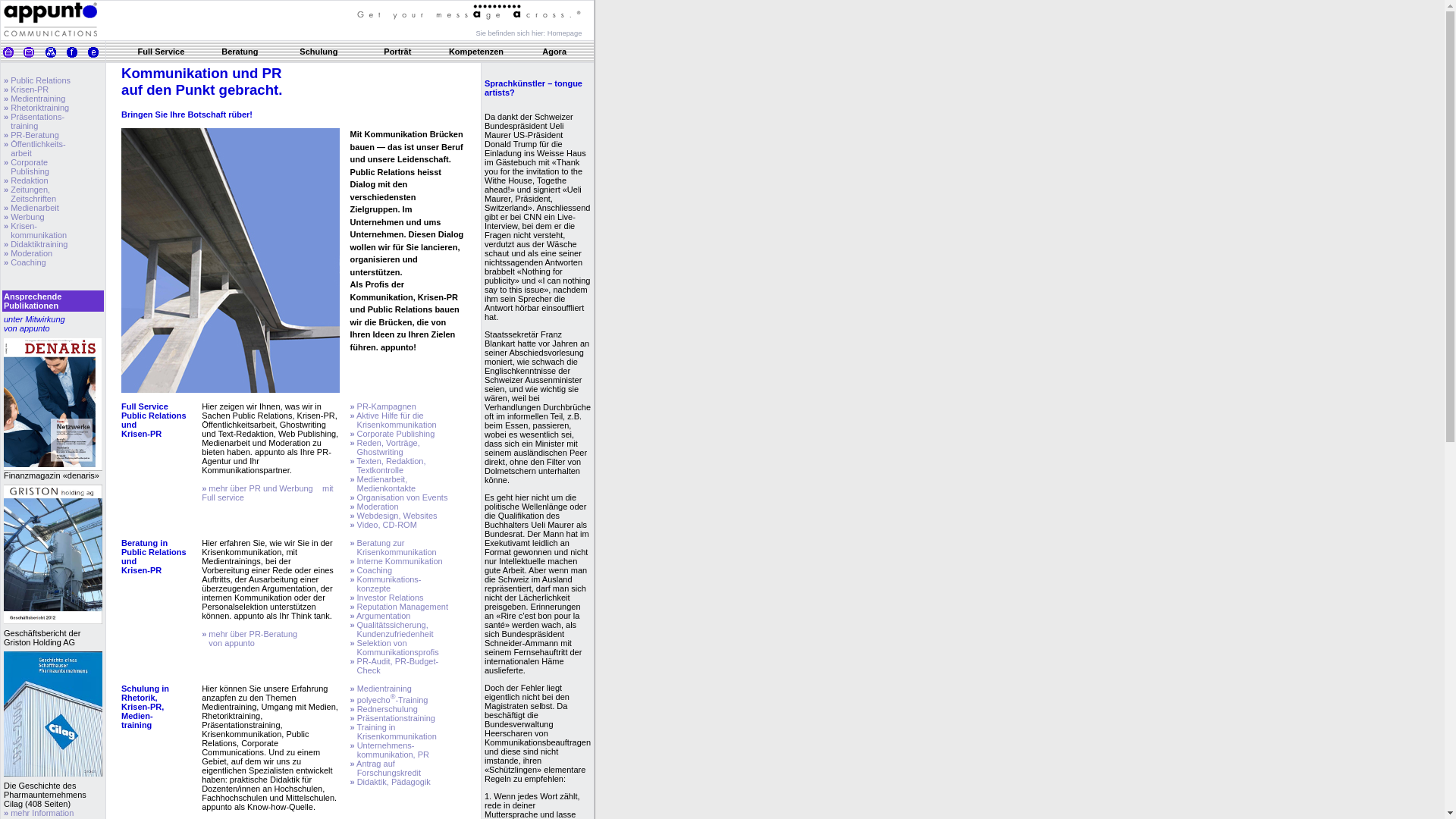 The width and height of the screenshot is (1456, 819). I want to click on ' Medienarbeit', so click(33, 207).